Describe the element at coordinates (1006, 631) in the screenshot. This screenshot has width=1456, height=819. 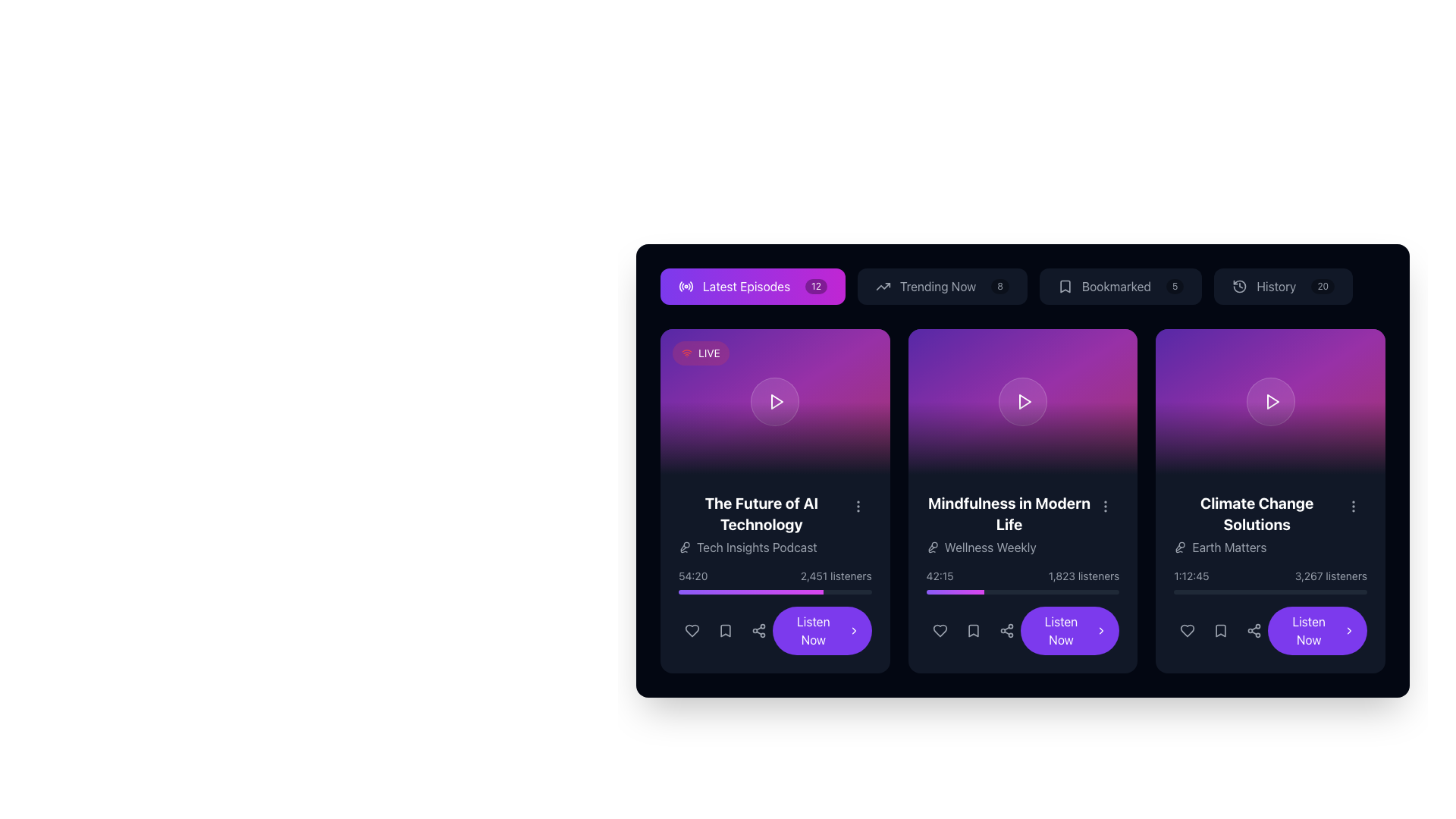
I see `the sharing button, which is the third interactive item at the bottom of the central card, to initiate the sharing action` at that location.